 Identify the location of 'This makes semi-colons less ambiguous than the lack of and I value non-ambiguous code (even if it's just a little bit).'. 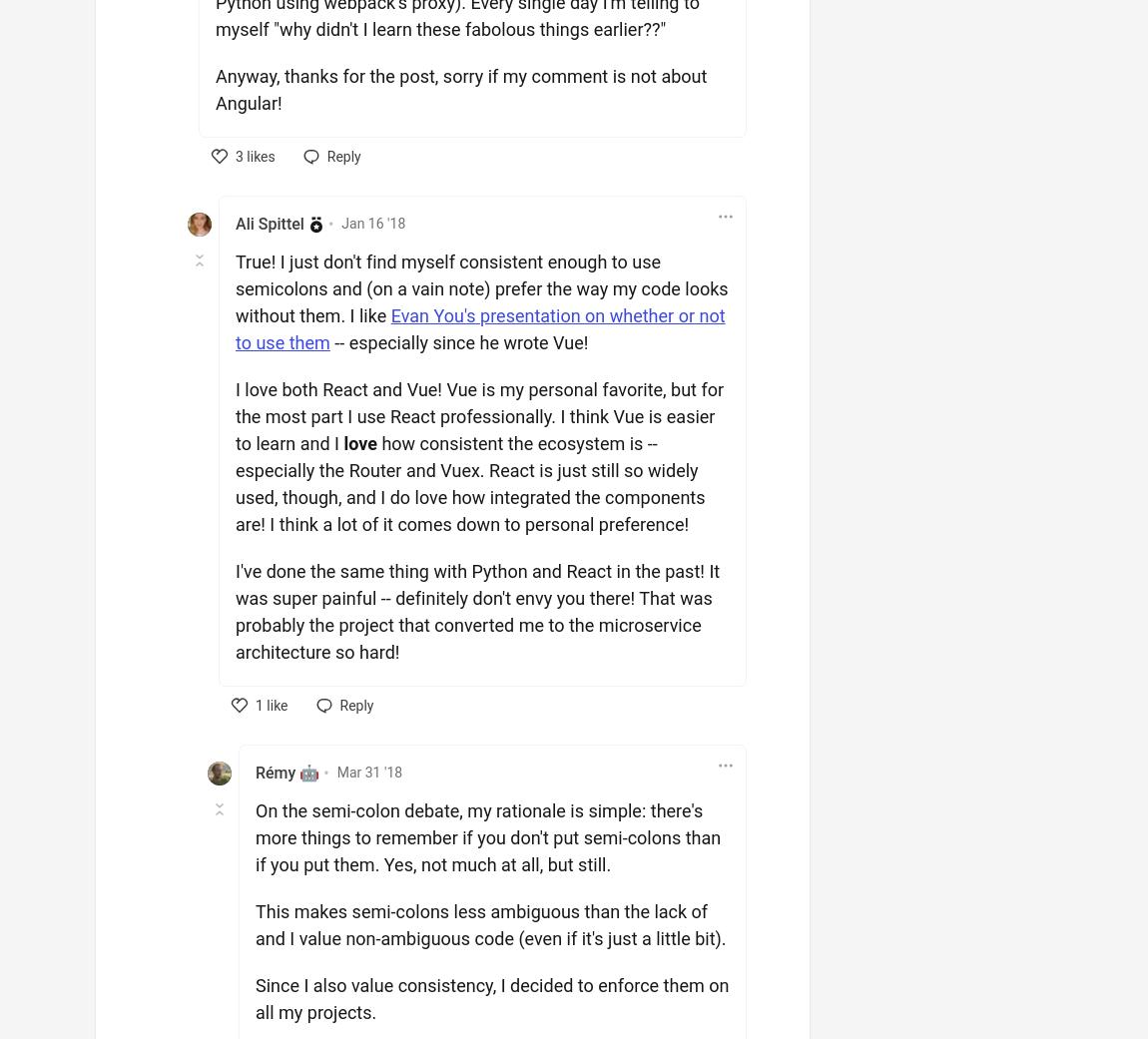
(254, 922).